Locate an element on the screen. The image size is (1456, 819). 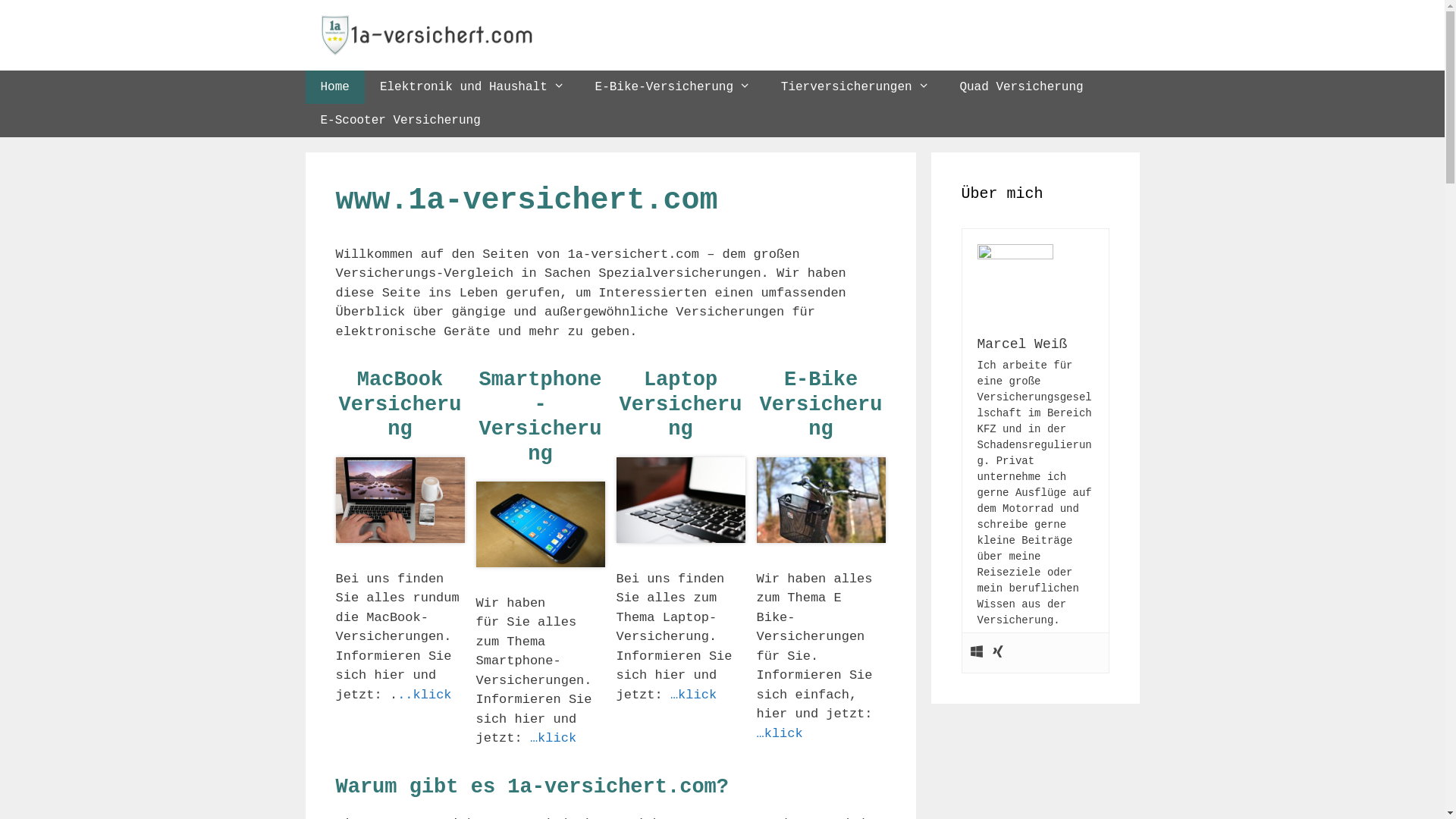
'Quad Versicherung' is located at coordinates (943, 87).